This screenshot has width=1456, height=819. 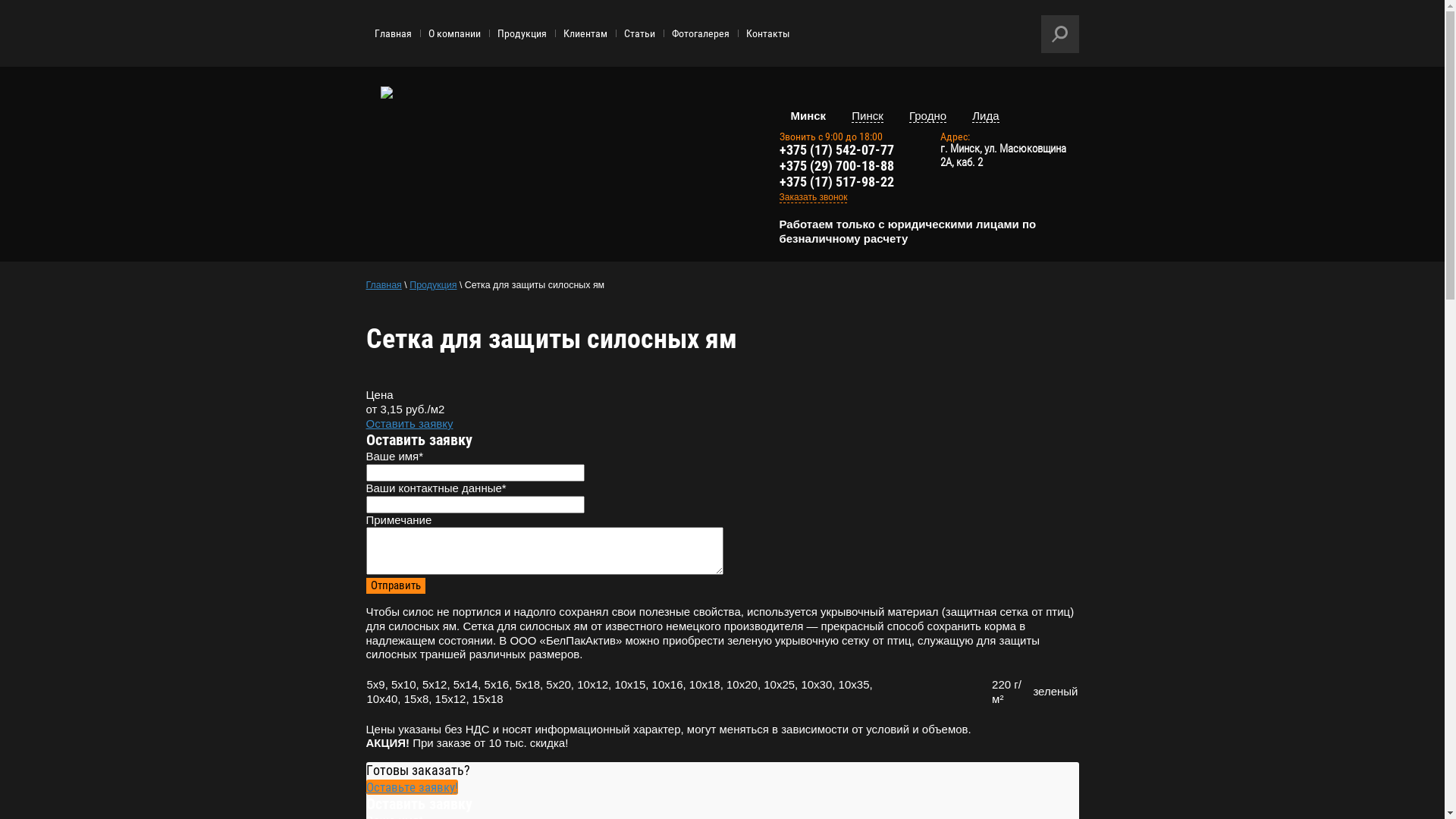 I want to click on '+375 (29) 700-18-88', so click(x=779, y=165).